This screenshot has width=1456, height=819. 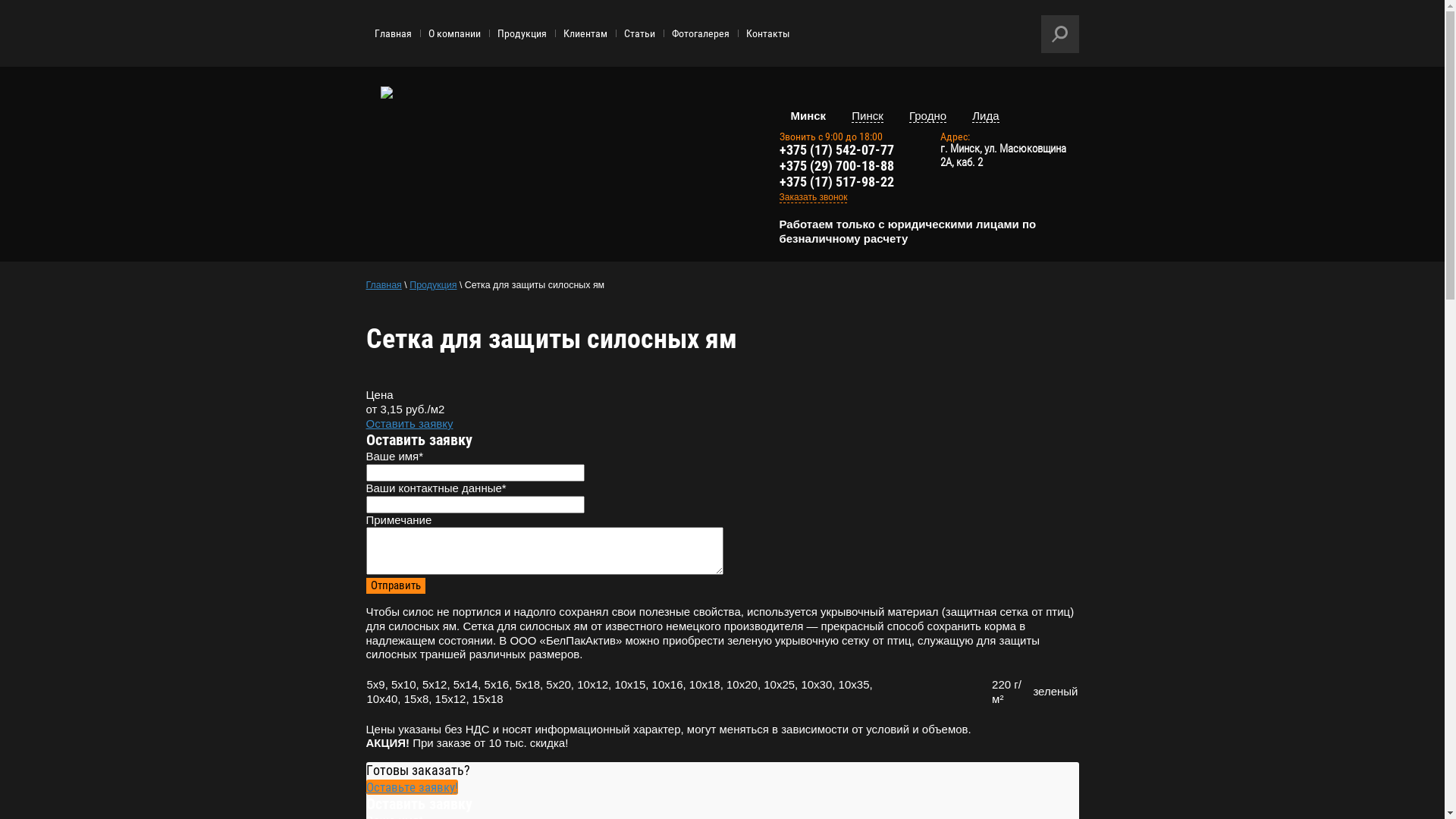 I want to click on '+375 (29) 700-18-88', so click(x=779, y=165).